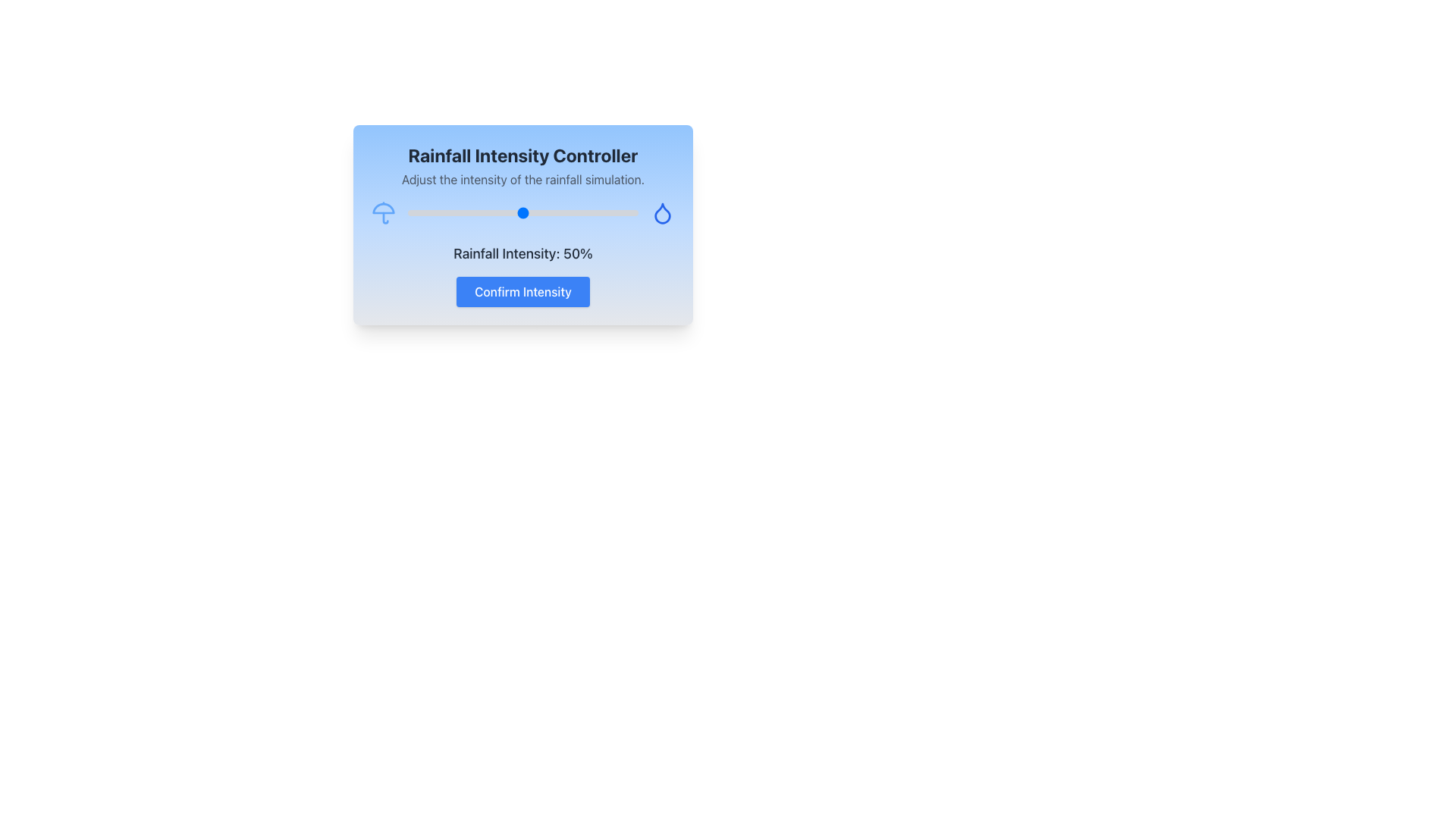 The width and height of the screenshot is (1456, 819). What do you see at coordinates (509, 213) in the screenshot?
I see `the rainfall intensity` at bounding box center [509, 213].